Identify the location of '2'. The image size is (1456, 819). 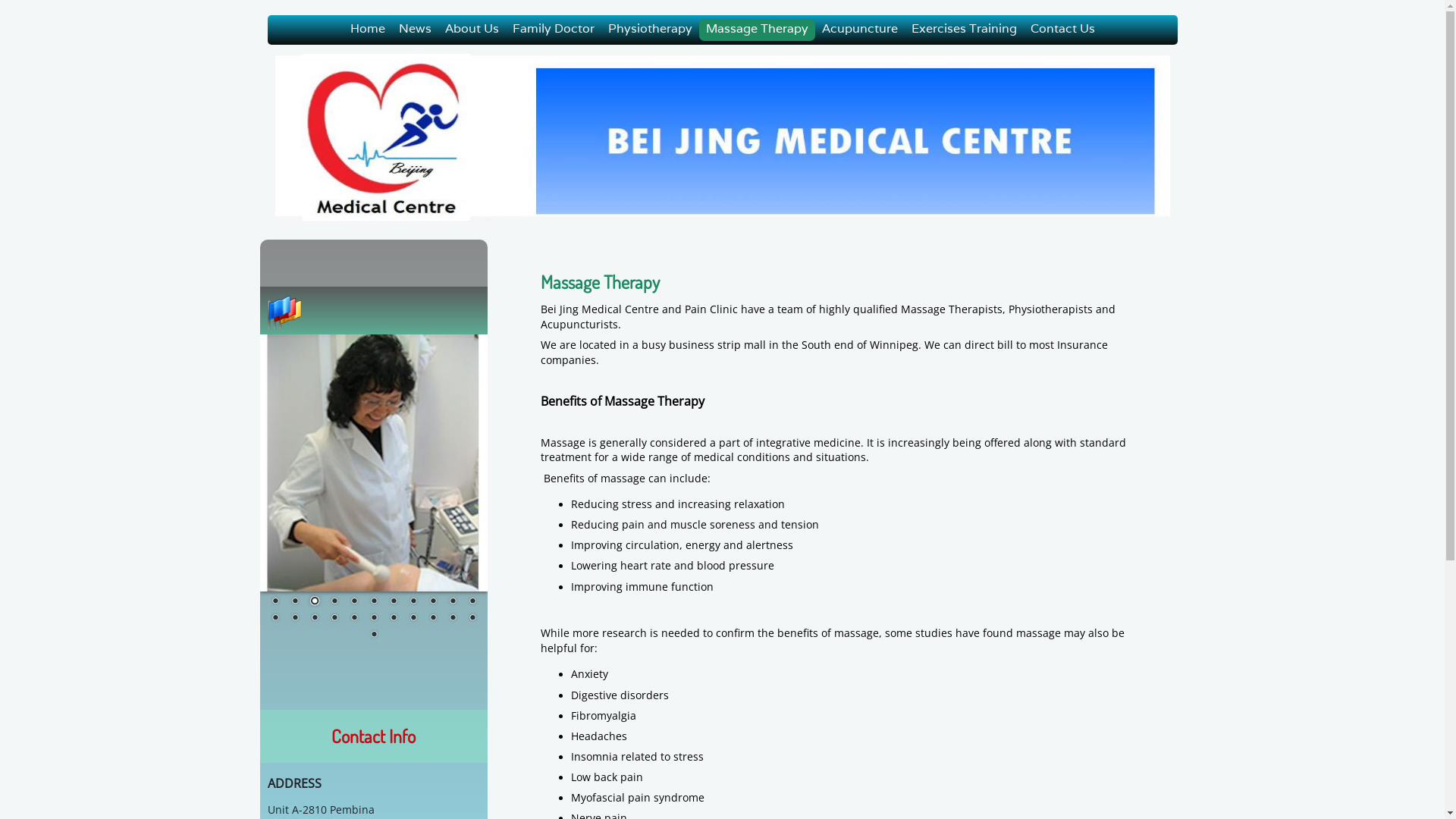
(294, 601).